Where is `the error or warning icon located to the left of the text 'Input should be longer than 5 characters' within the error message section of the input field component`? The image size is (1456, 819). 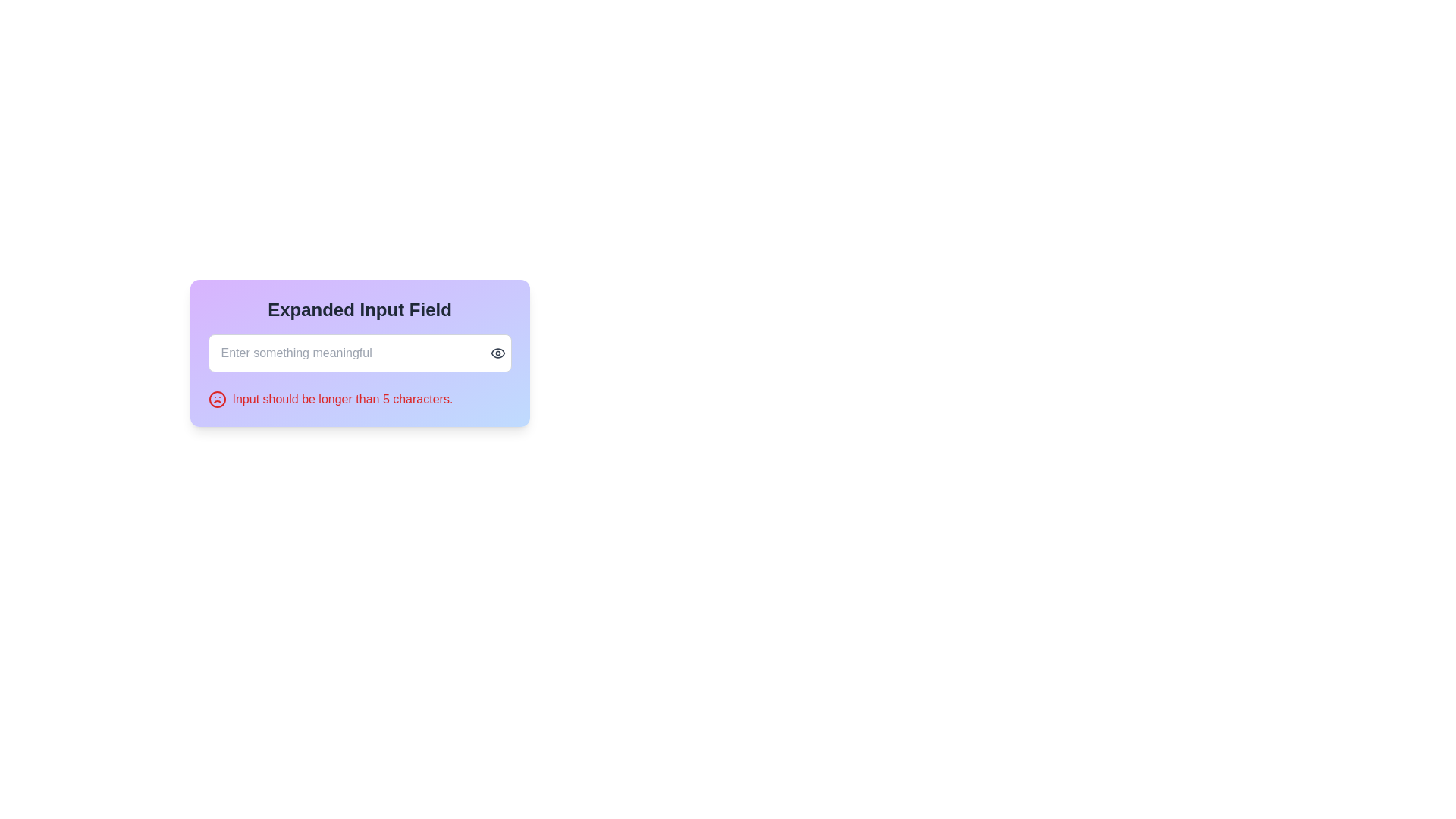
the error or warning icon located to the left of the text 'Input should be longer than 5 characters' within the error message section of the input field component is located at coordinates (216, 399).